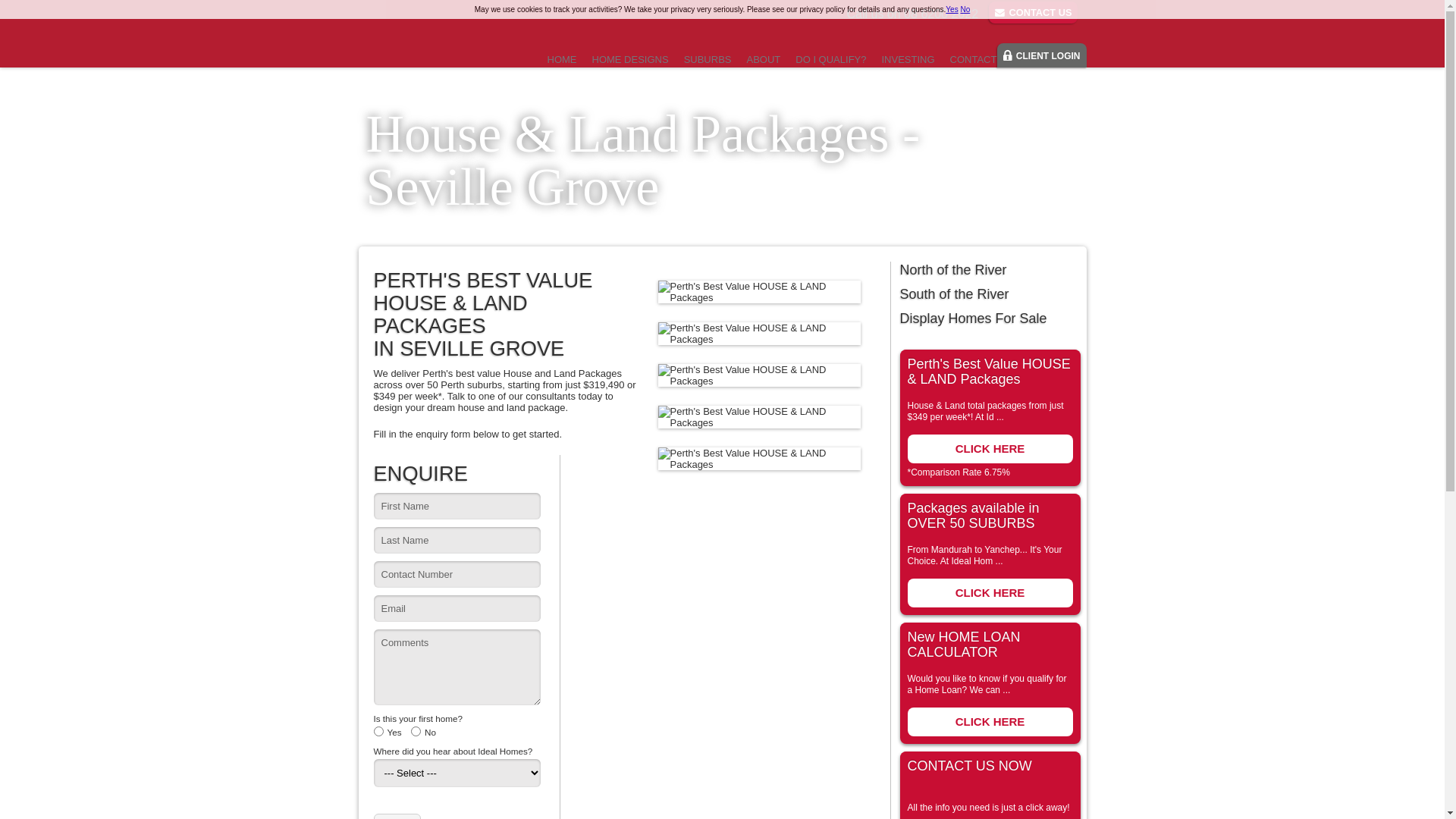  I want to click on 'CONTACT', so click(973, 58).